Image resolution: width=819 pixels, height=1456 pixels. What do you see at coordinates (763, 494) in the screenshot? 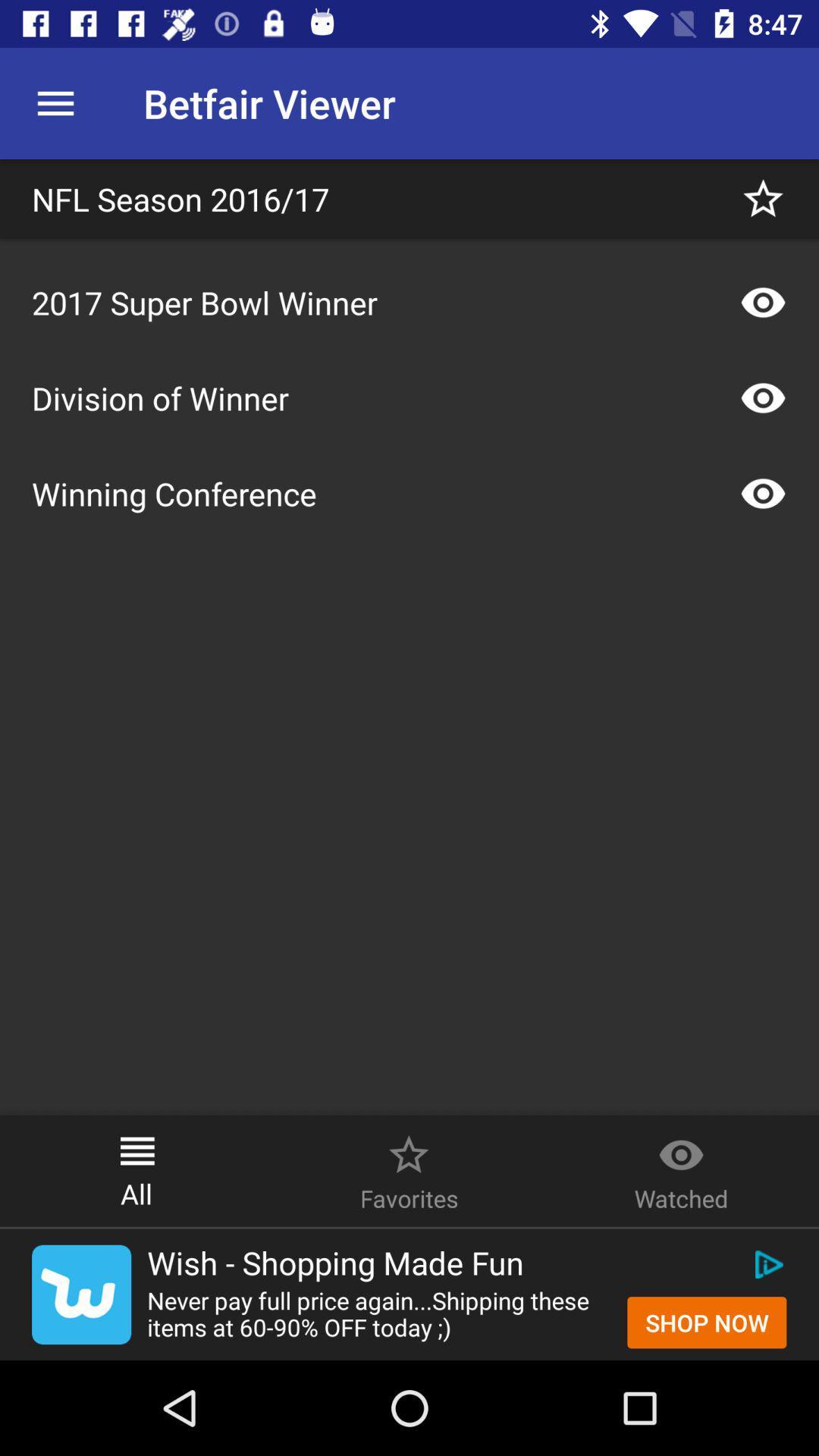
I see `look more closely at the winning conference tab` at bounding box center [763, 494].